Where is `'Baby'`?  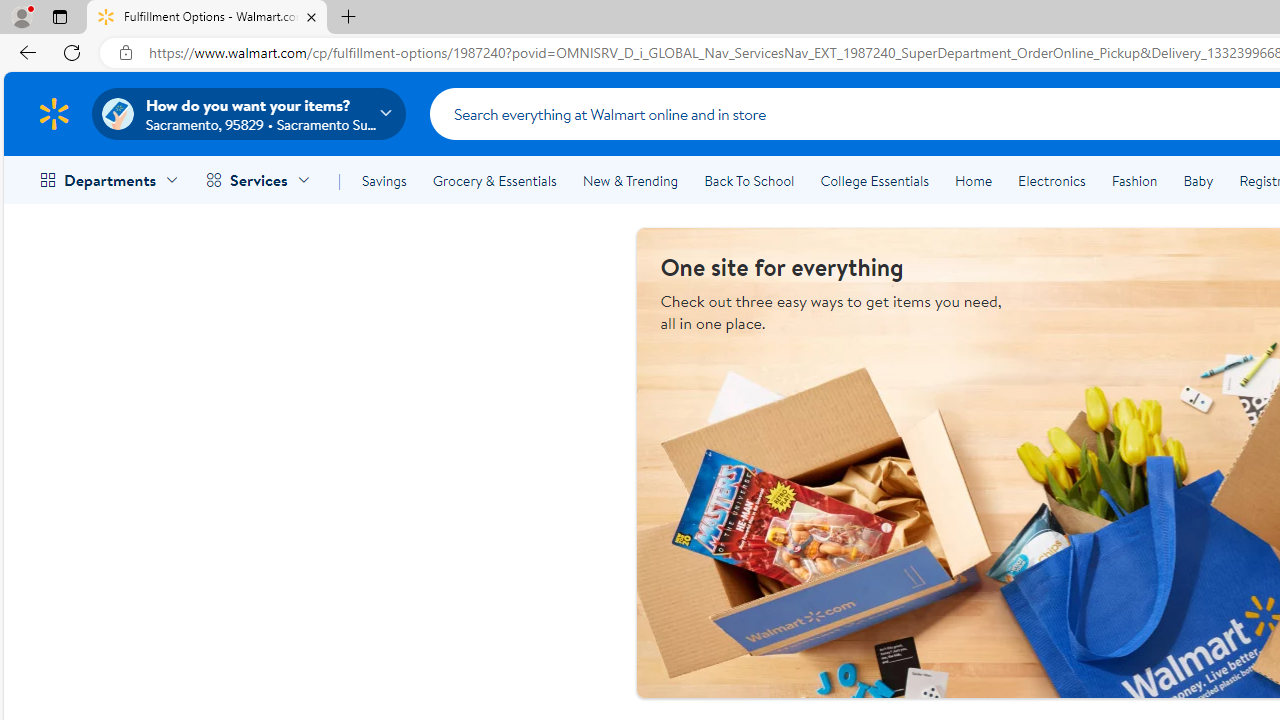
'Baby' is located at coordinates (1198, 181).